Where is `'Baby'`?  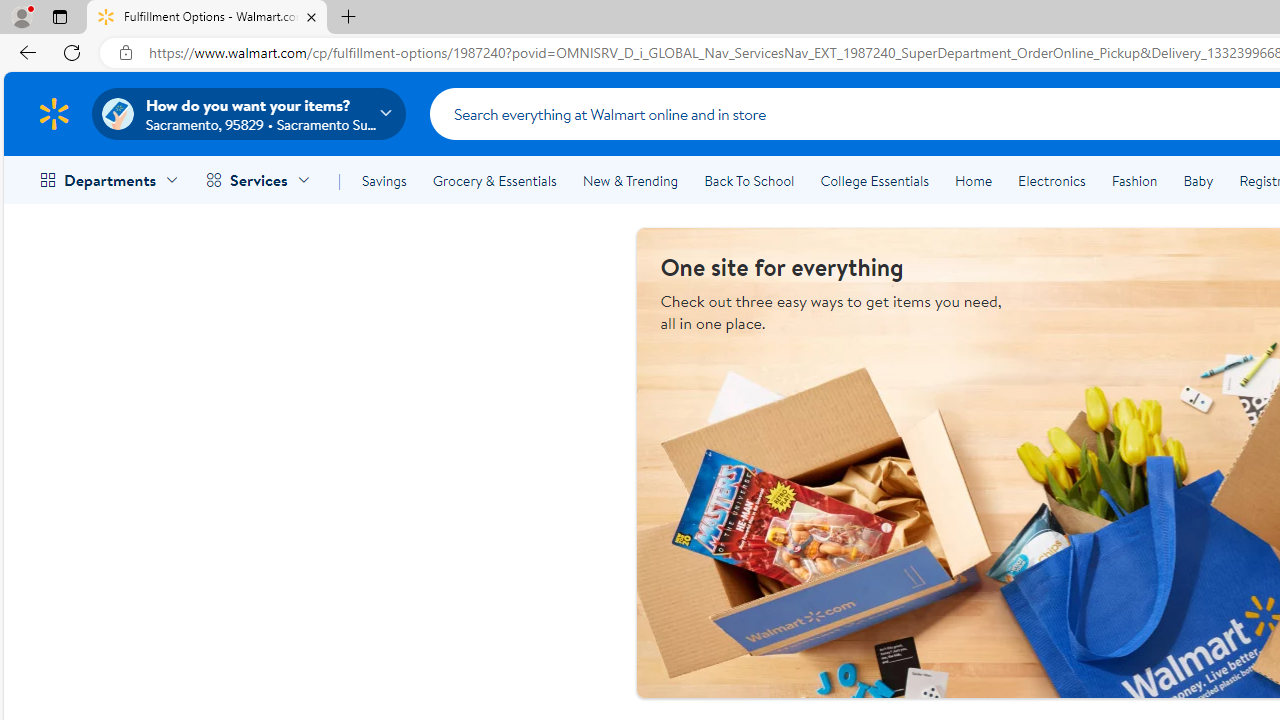
'Baby' is located at coordinates (1198, 181).